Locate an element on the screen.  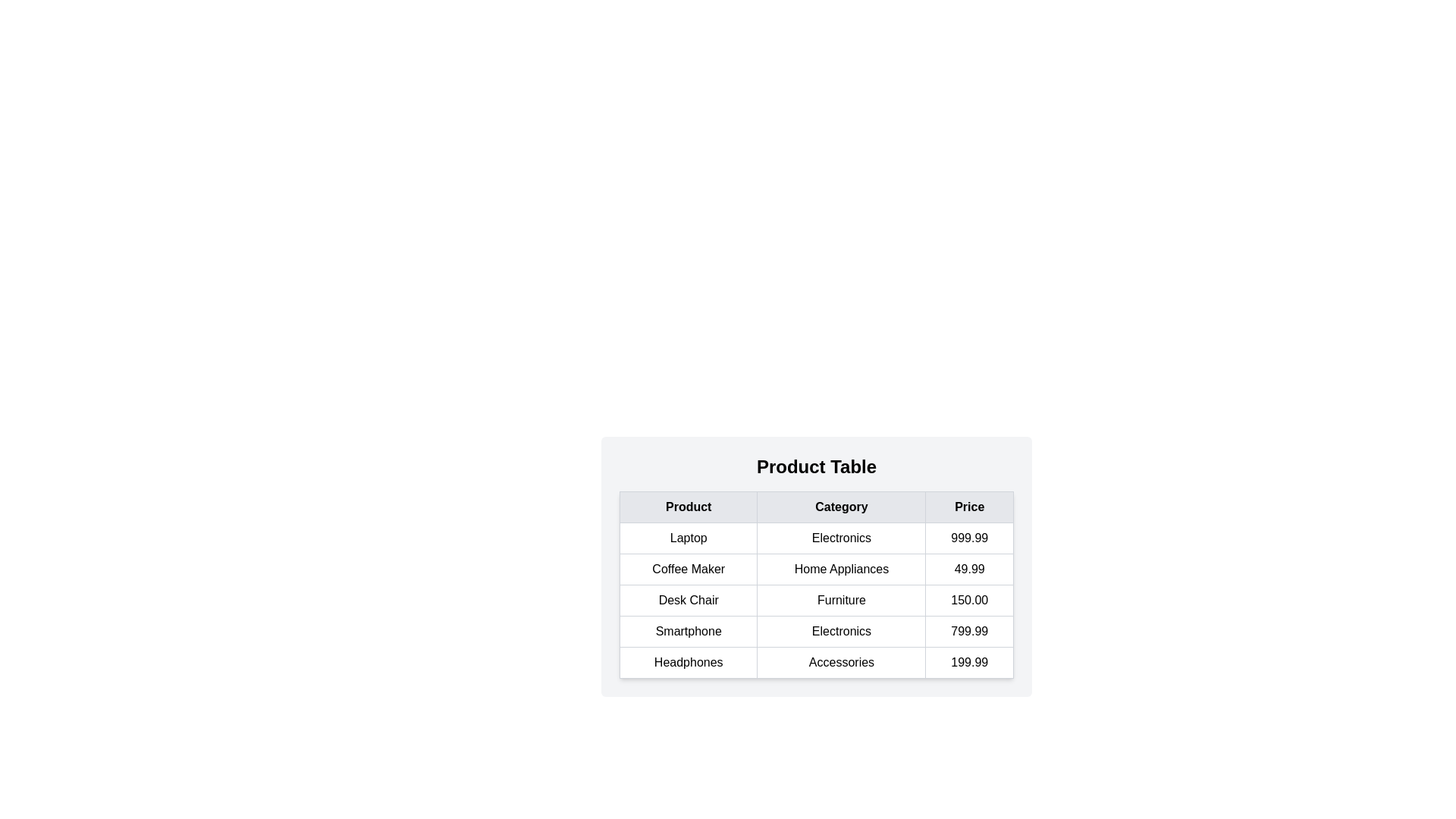
the numeric text '999.99' in the 'Price' column of the first row, which corresponds to the product 'Laptop' in the 'Electronics' category is located at coordinates (968, 537).